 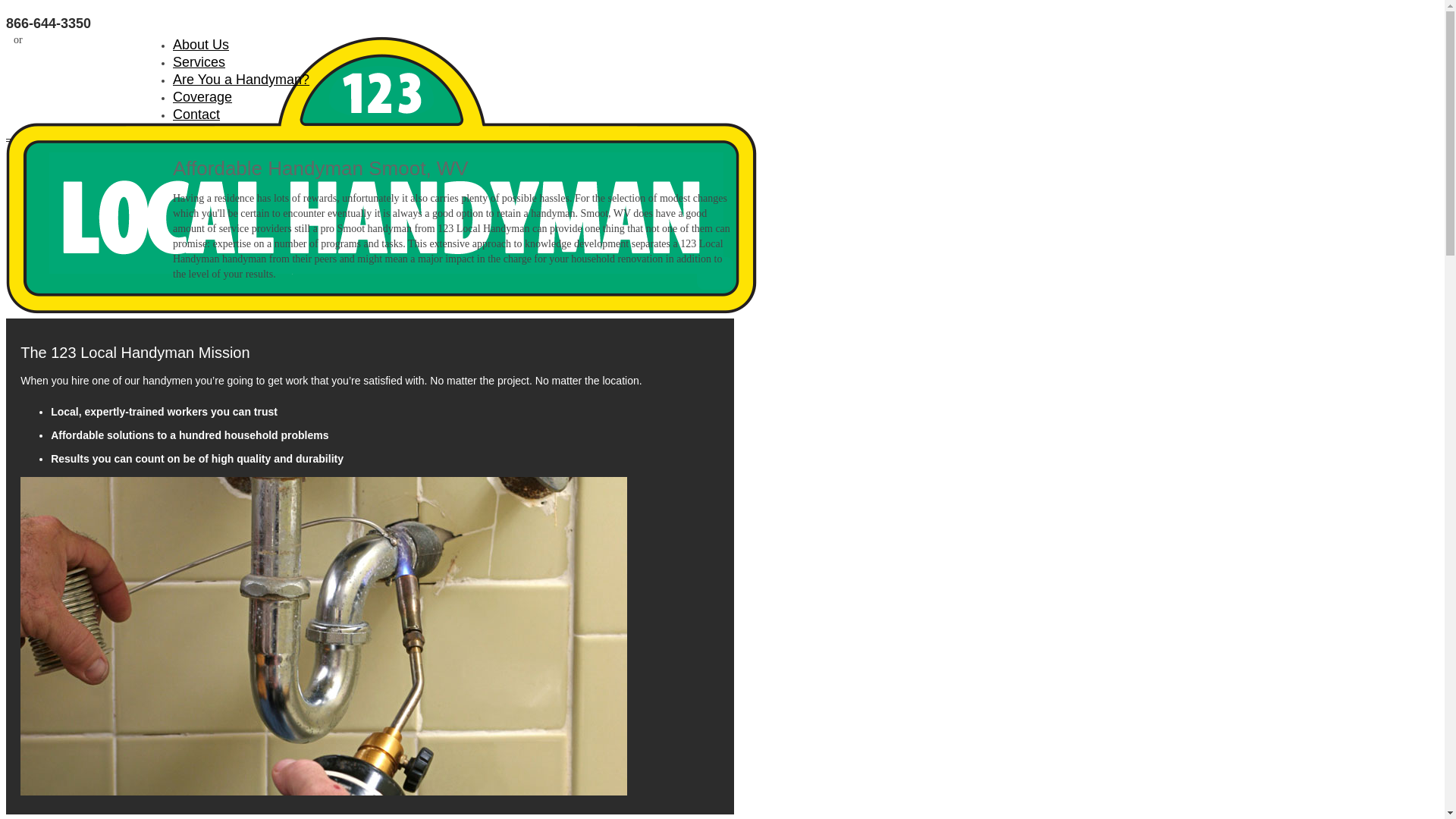 I want to click on 'Request a Free Quote', so click(x=99, y=38).